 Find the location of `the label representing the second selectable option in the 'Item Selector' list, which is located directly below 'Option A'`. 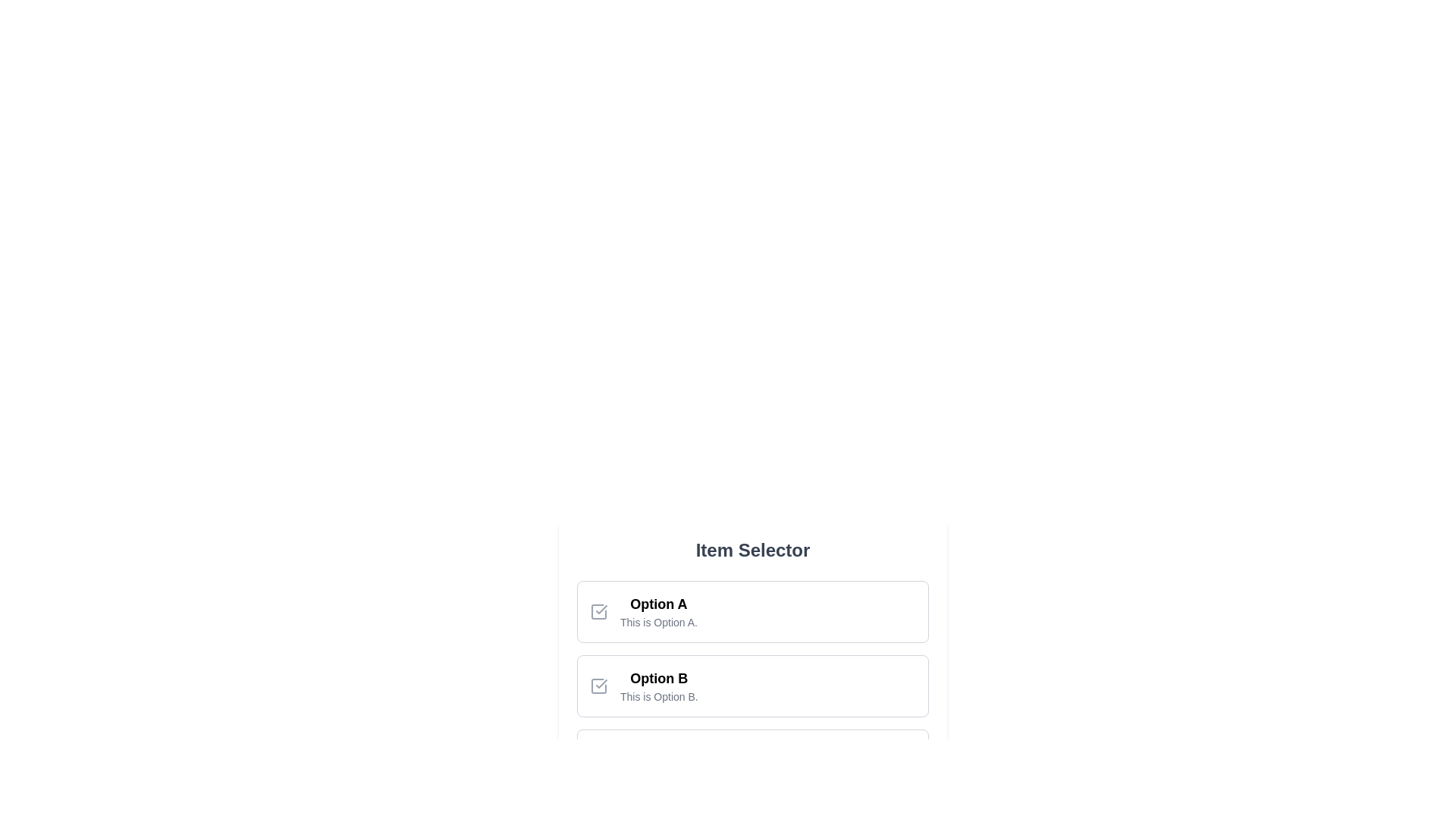

the label representing the second selectable option in the 'Item Selector' list, which is located directly below 'Option A' is located at coordinates (659, 677).